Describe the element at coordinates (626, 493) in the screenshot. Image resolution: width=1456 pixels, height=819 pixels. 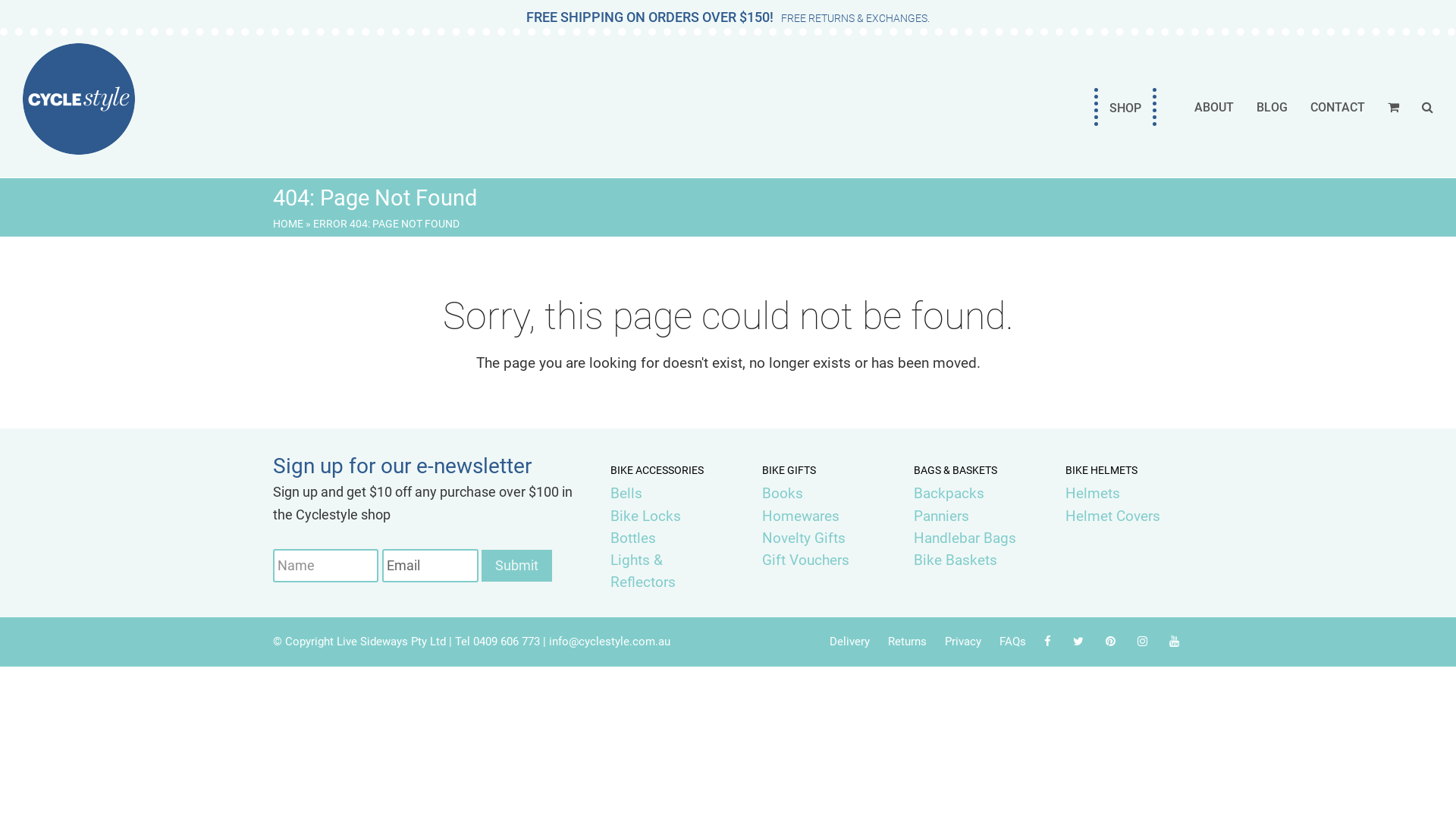
I see `'Bells'` at that location.